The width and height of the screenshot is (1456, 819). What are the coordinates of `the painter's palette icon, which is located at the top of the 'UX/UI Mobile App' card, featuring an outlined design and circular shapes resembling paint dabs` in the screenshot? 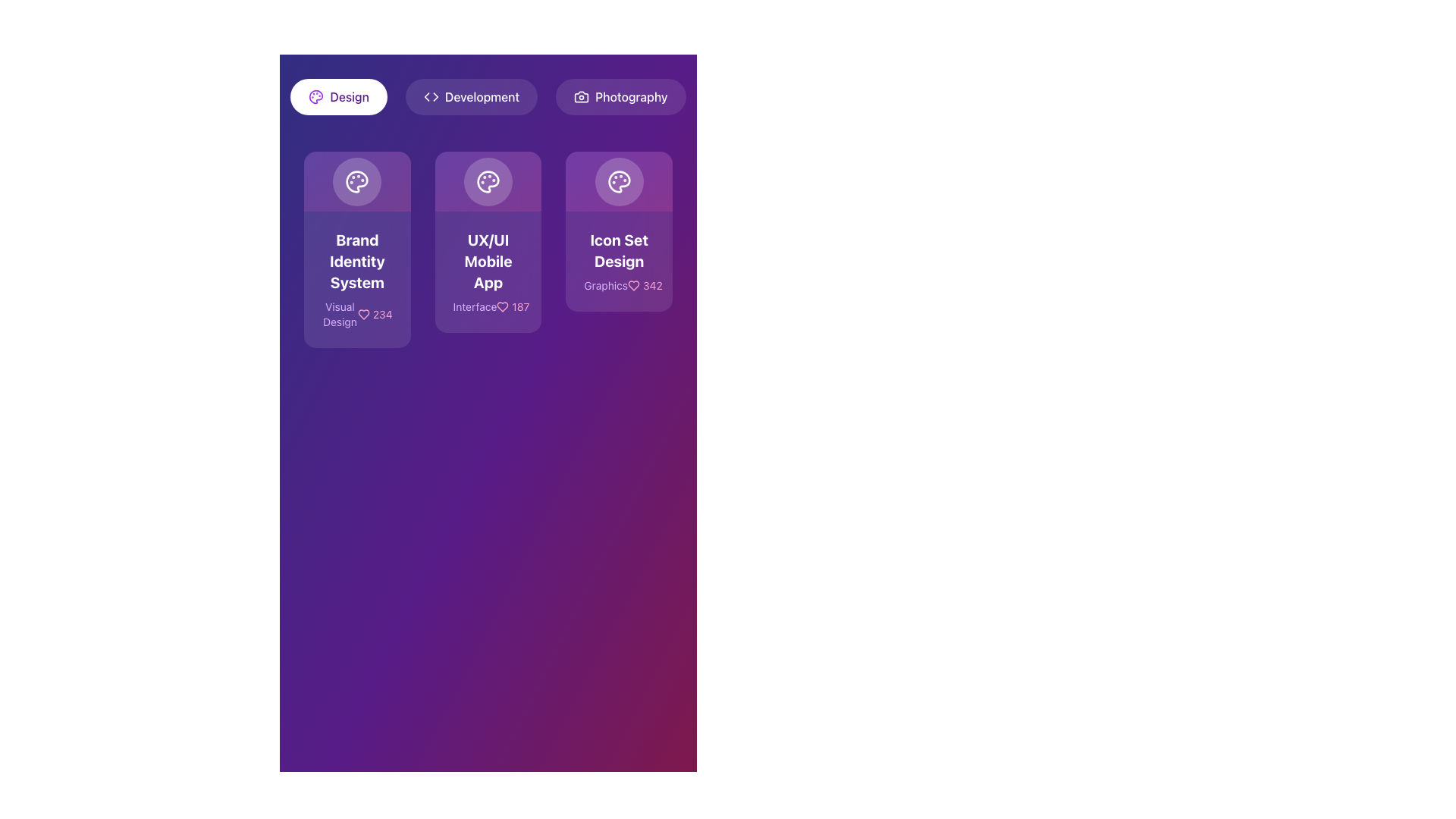 It's located at (488, 180).